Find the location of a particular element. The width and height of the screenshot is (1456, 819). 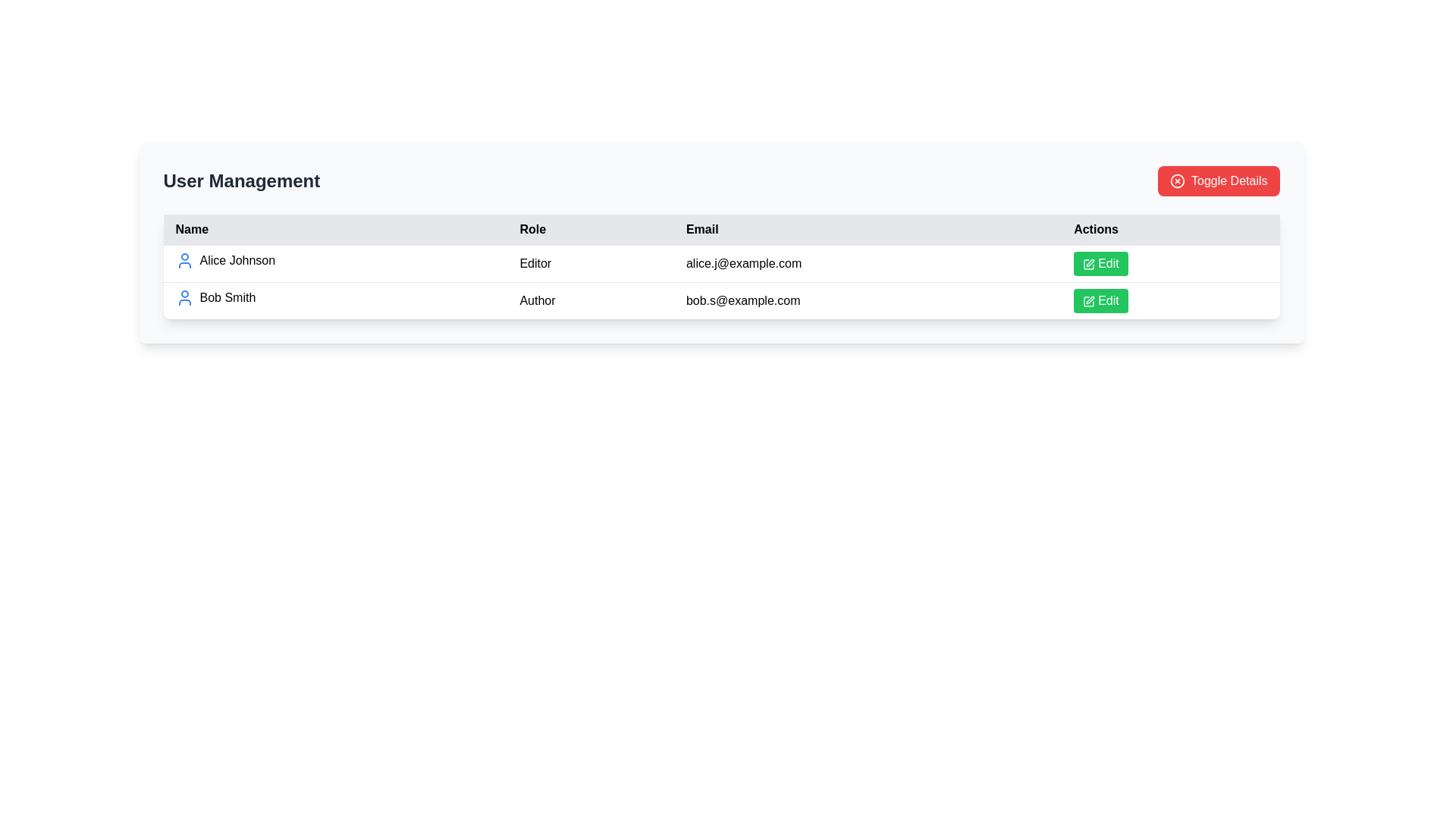

the user profile icon, which is a blue circular head and curved body located to the left of the text label 'Bob Smith' in the second row of the user management table is located at coordinates (184, 298).